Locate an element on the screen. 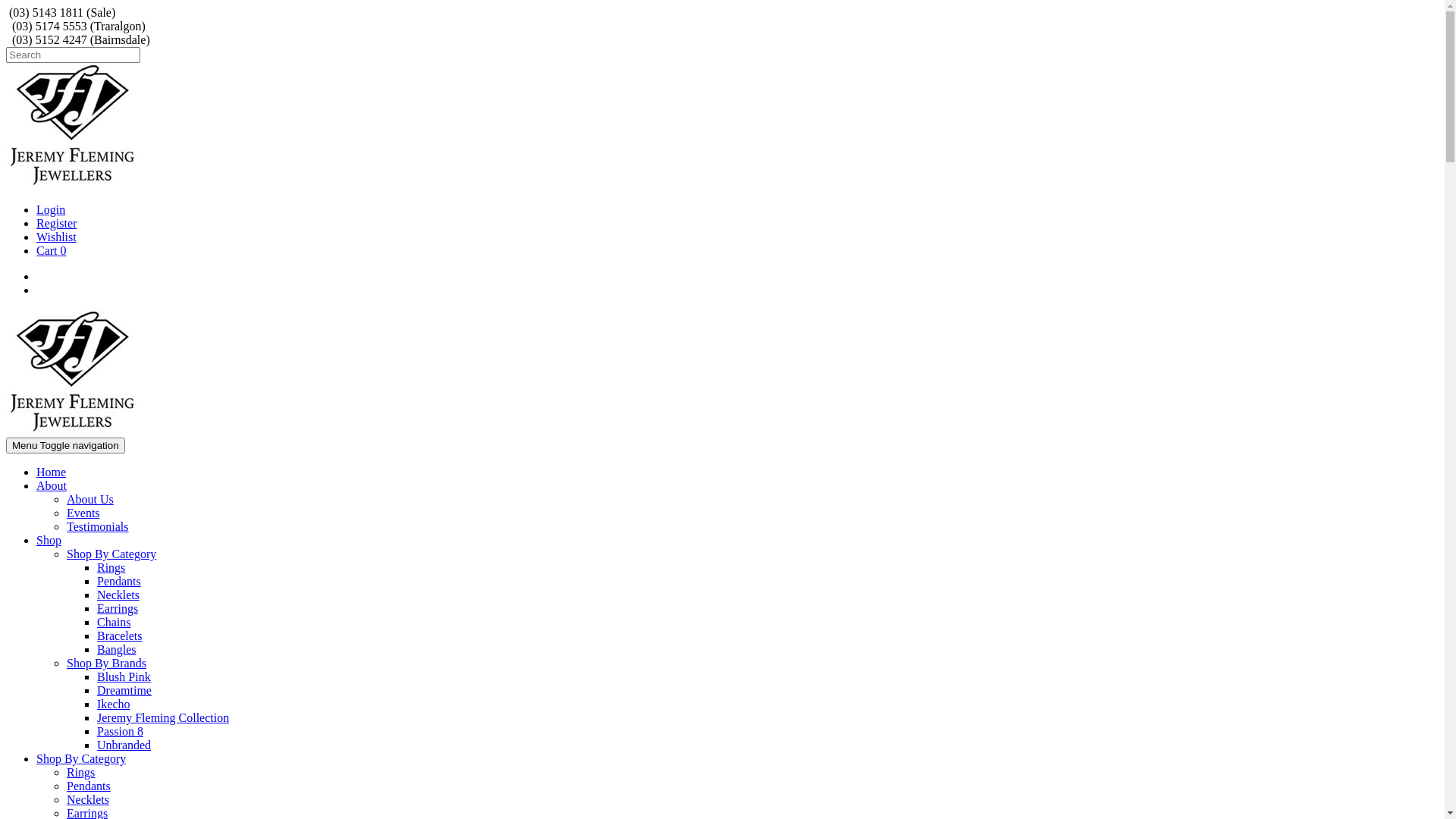  'Events' is located at coordinates (83, 512).